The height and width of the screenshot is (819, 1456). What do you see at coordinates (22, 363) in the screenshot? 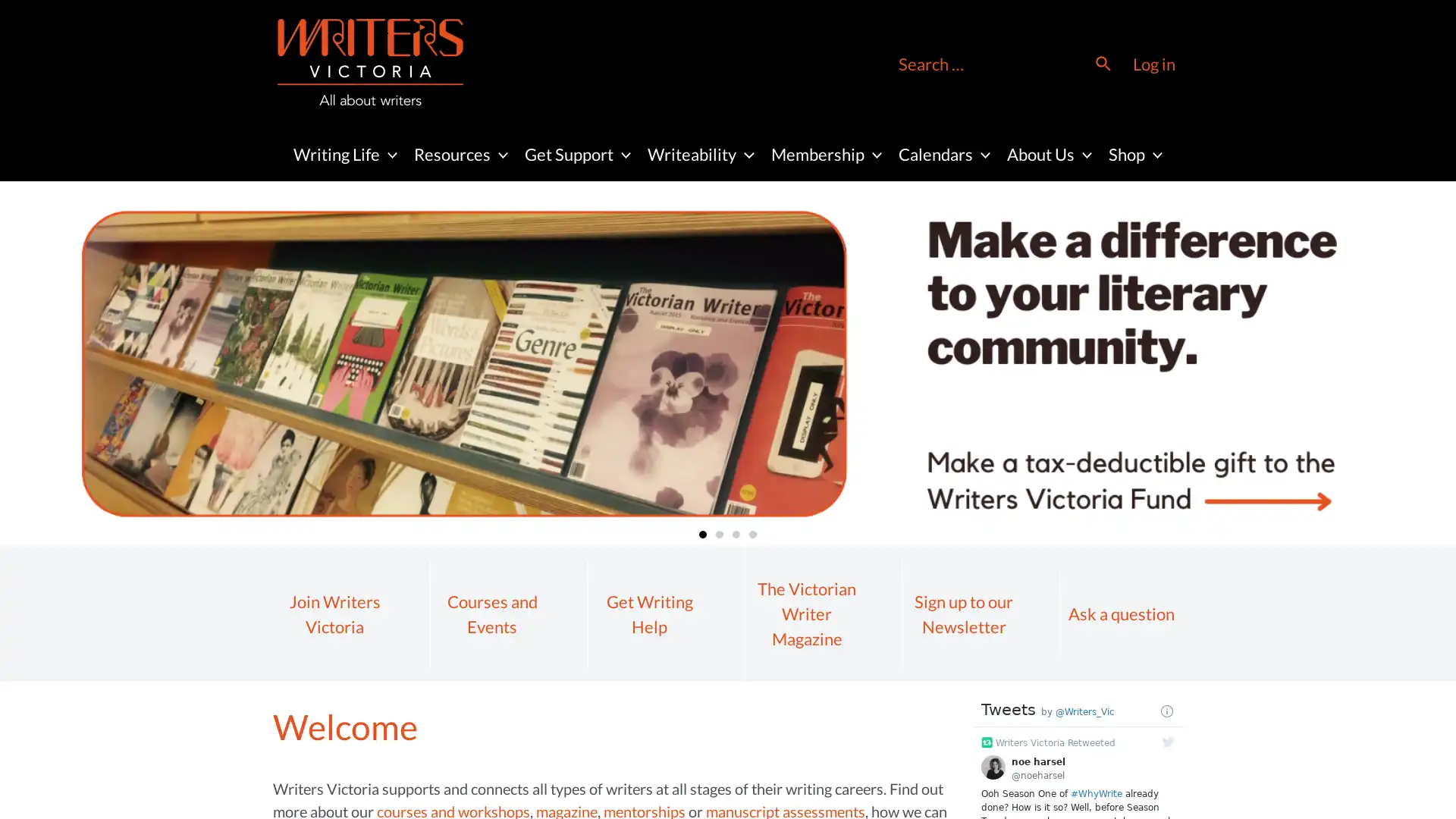
I see `Previous slide` at bounding box center [22, 363].